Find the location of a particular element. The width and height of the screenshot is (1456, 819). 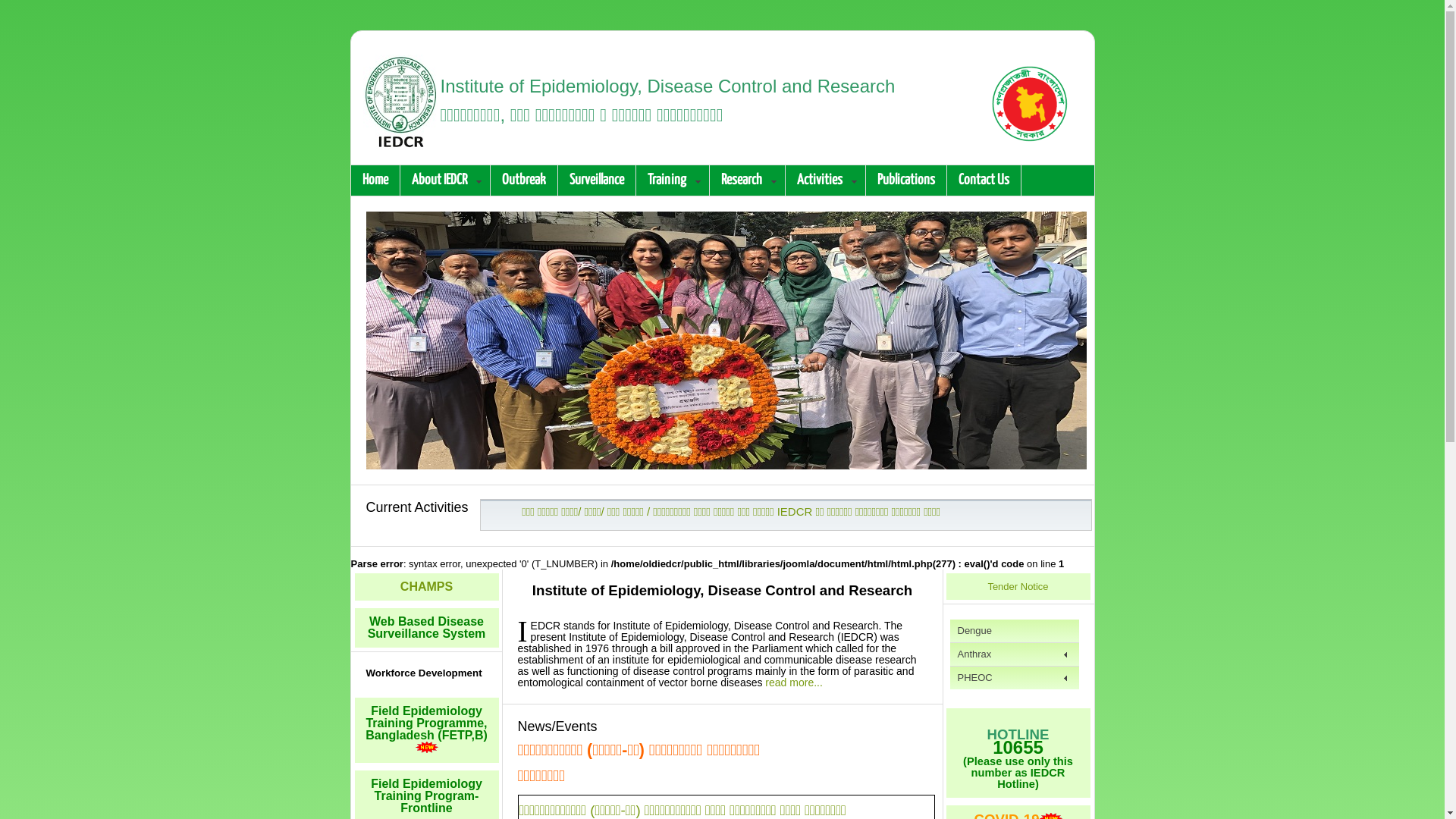

'Contact Us' is located at coordinates (983, 180).